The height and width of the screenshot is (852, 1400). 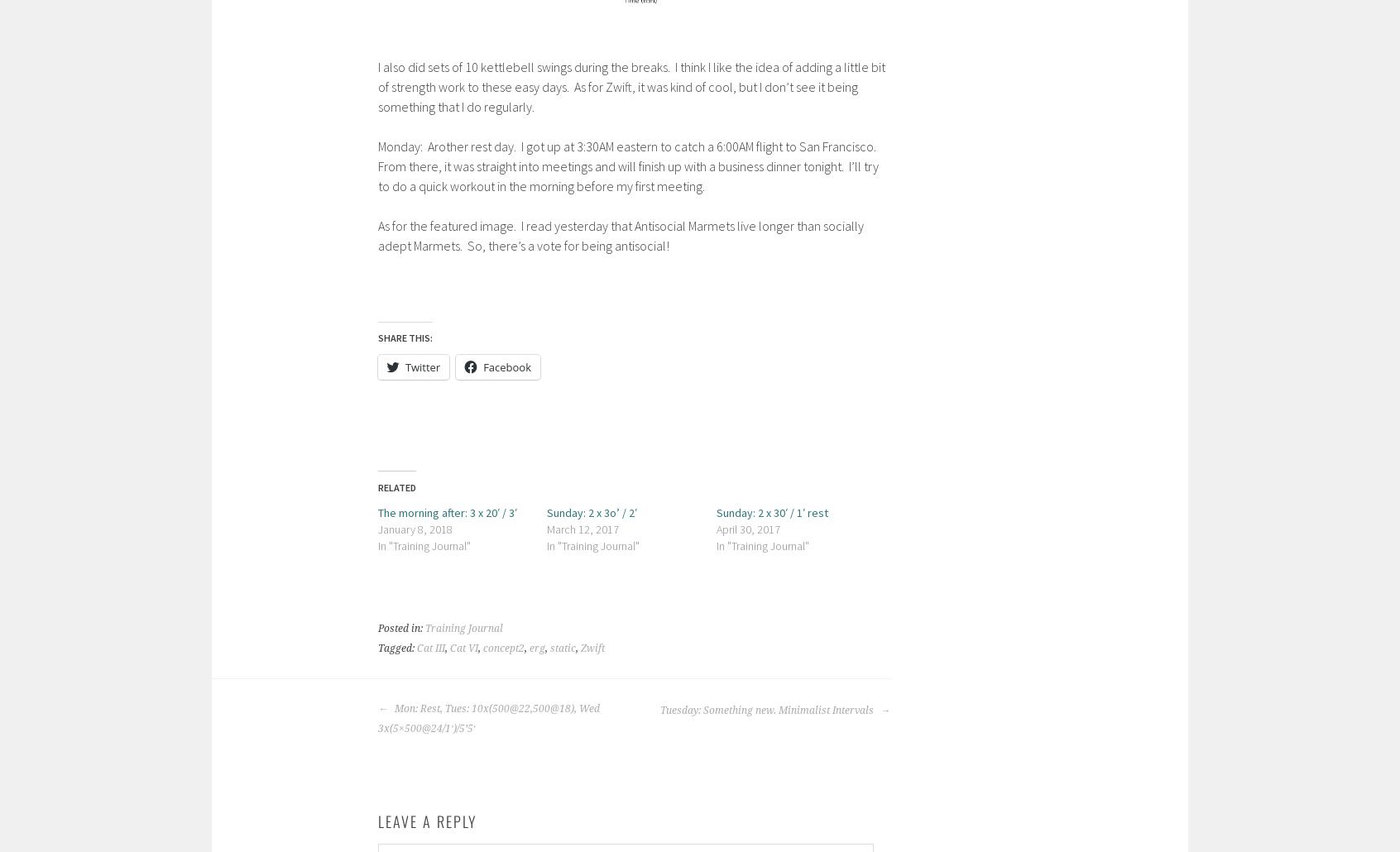 I want to click on 'Monday:  Arother rest day.  I got up at 3:30AM eastern to catch a 6:00AM flight to San Francisco.  From there, it was straight into meetings and will finish up with a business dinner tonight.  I’ll try to do a quick workout in the morning before my first meeting.', so click(x=627, y=165).